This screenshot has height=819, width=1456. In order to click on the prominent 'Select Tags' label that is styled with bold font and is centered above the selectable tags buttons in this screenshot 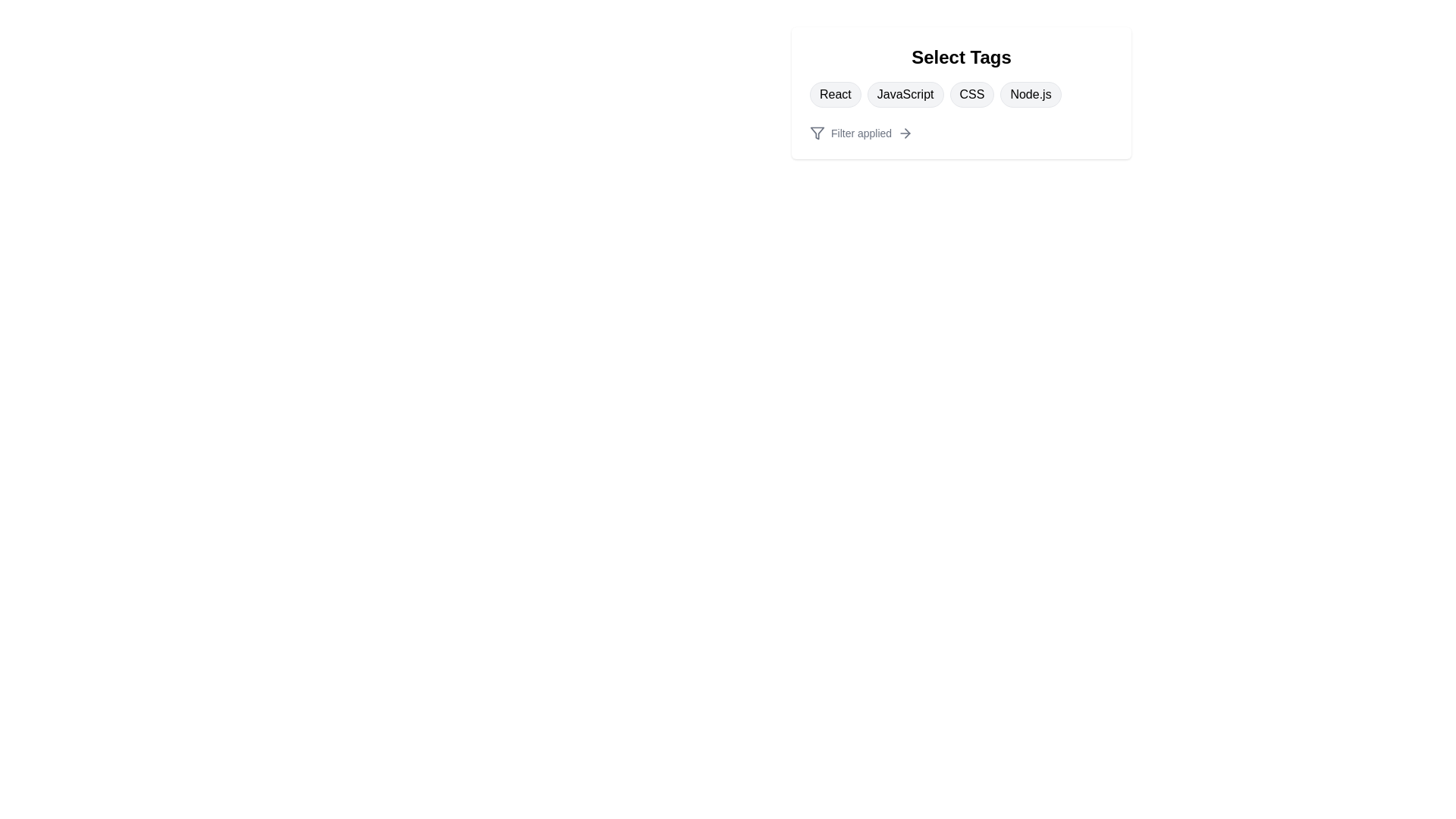, I will do `click(960, 57)`.